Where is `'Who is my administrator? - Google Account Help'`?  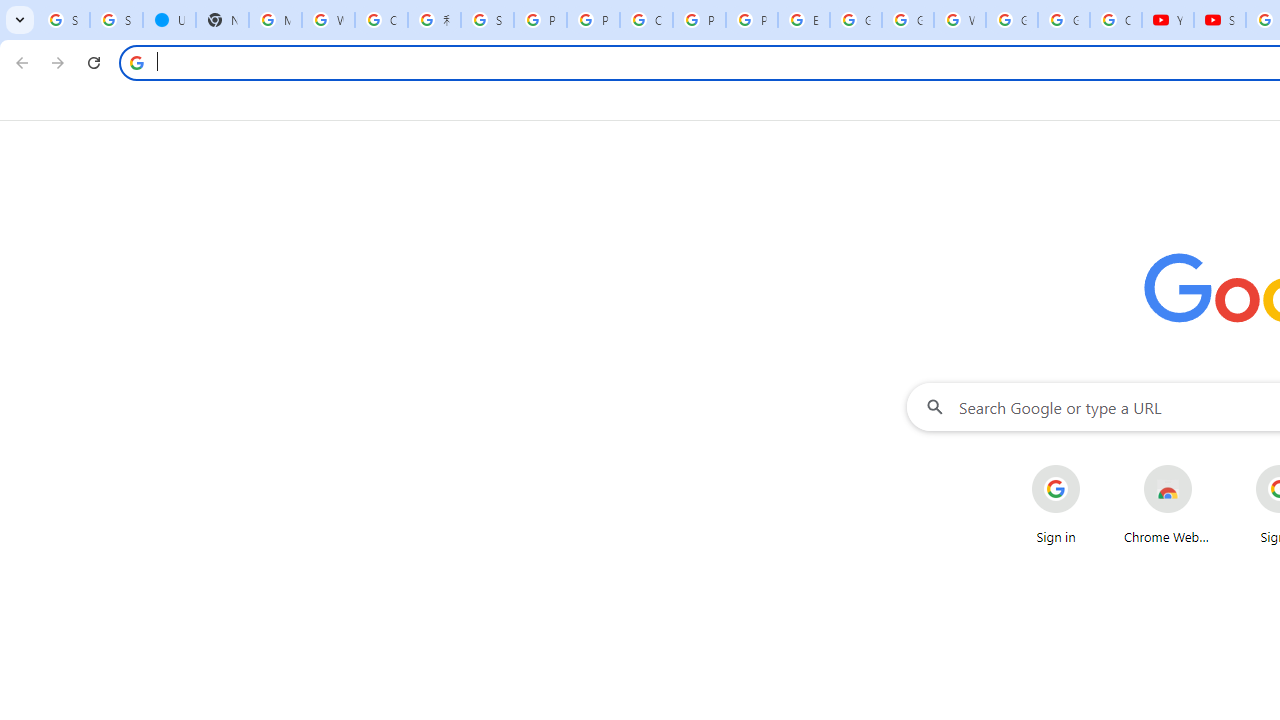 'Who is my administrator? - Google Account Help' is located at coordinates (328, 20).